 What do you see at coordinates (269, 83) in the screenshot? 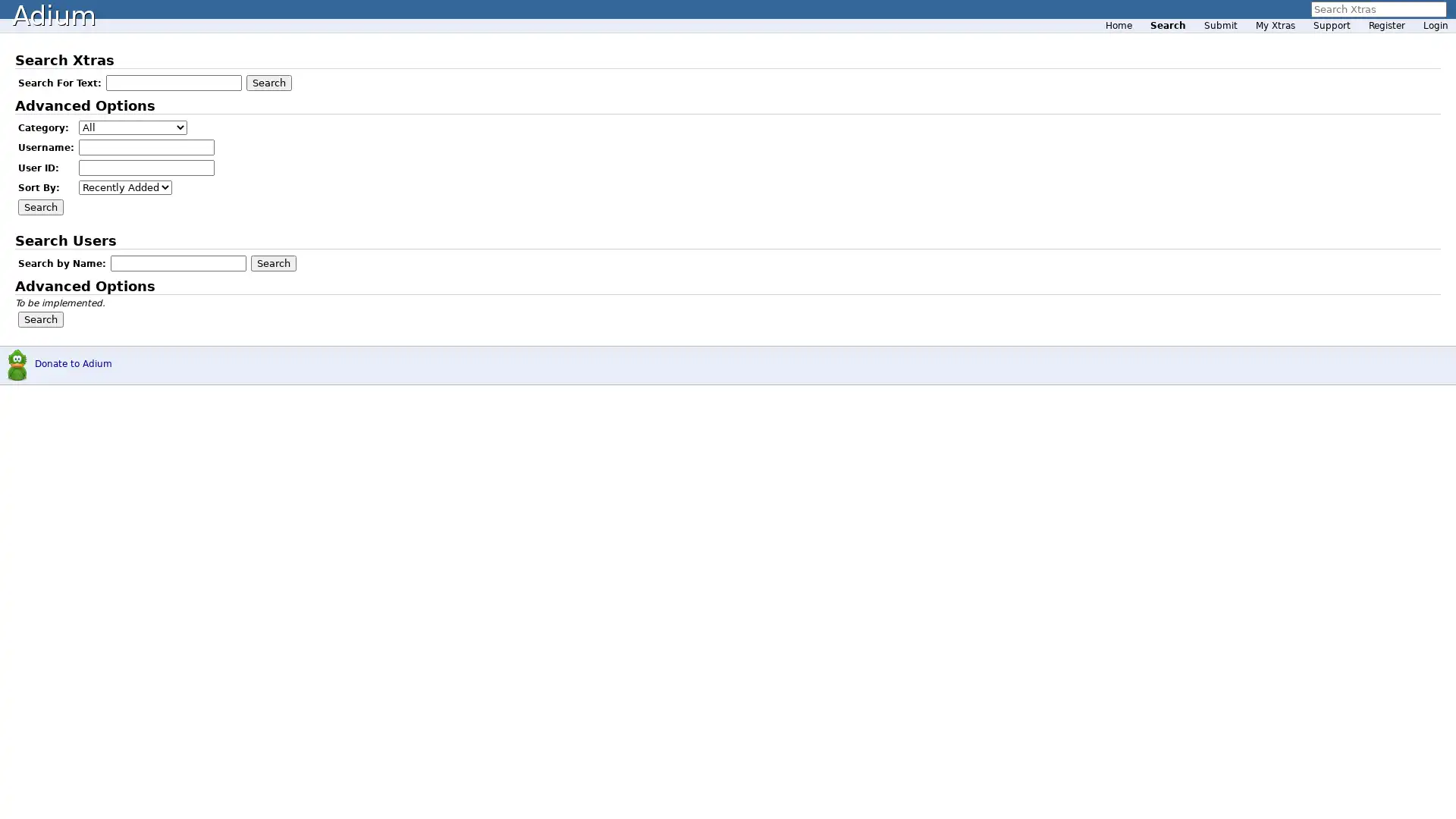
I see `Search` at bounding box center [269, 83].